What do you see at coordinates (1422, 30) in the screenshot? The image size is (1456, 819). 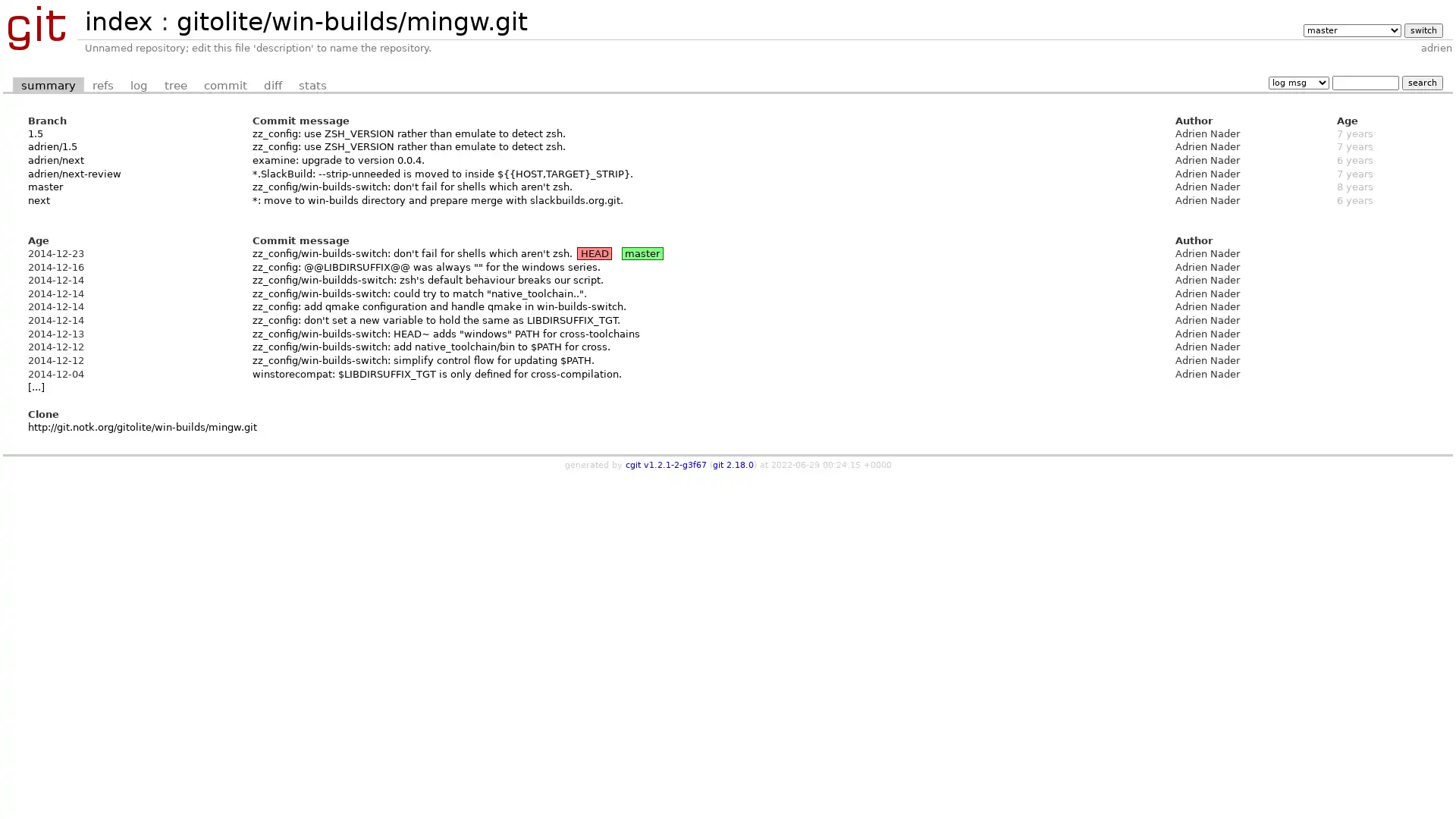 I see `switch` at bounding box center [1422, 30].